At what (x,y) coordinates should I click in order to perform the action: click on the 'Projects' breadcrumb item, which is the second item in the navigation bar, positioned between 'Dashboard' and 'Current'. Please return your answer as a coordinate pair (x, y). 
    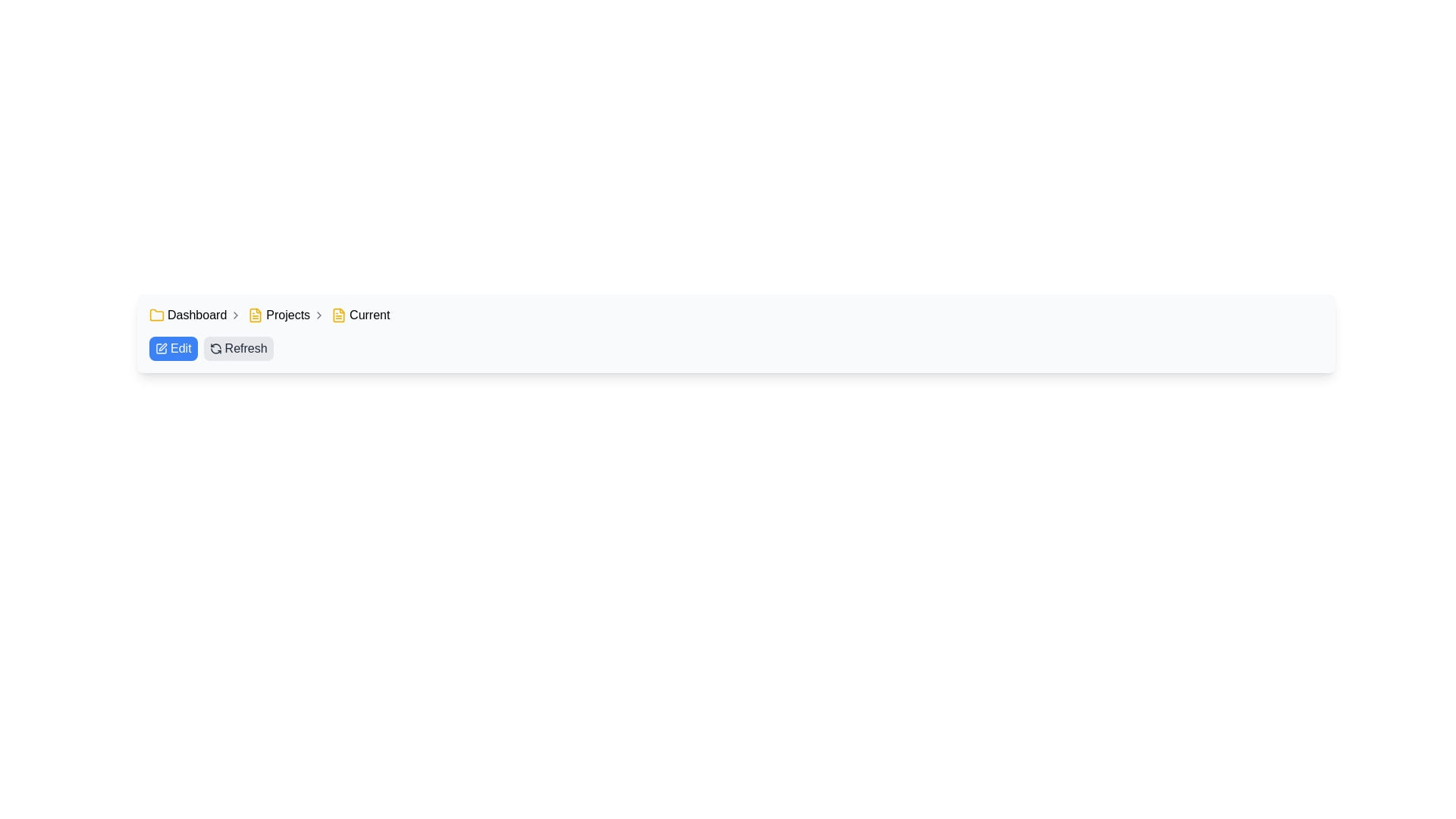
    Looking at the image, I should click on (287, 315).